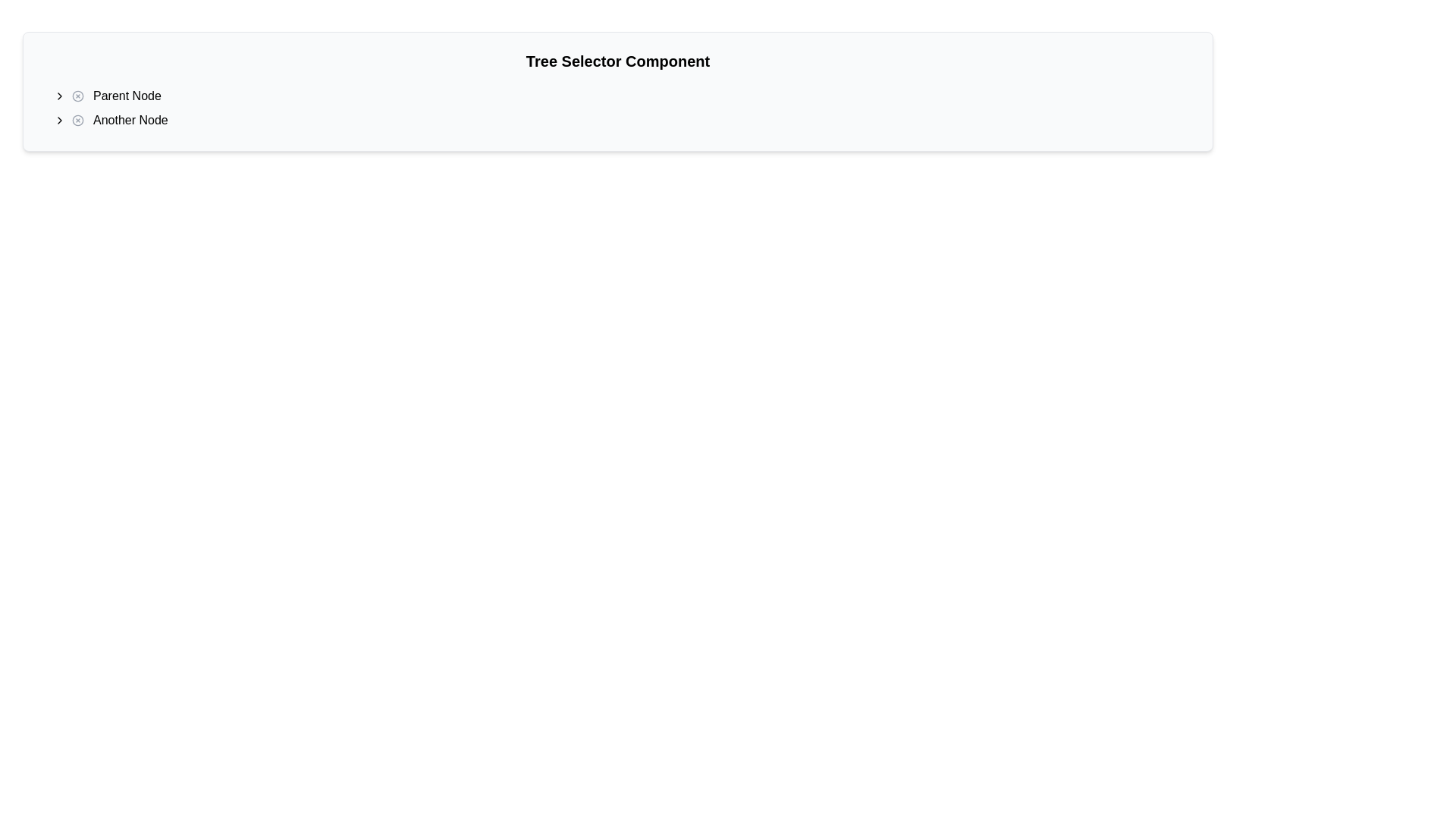 This screenshot has width=1456, height=819. Describe the element at coordinates (129, 119) in the screenshot. I see `the displayed text 'Another Node' from the Text Label element, which is horizontally aligned and positioned to the right of an icon with a circle and an 'X' symbol` at that location.